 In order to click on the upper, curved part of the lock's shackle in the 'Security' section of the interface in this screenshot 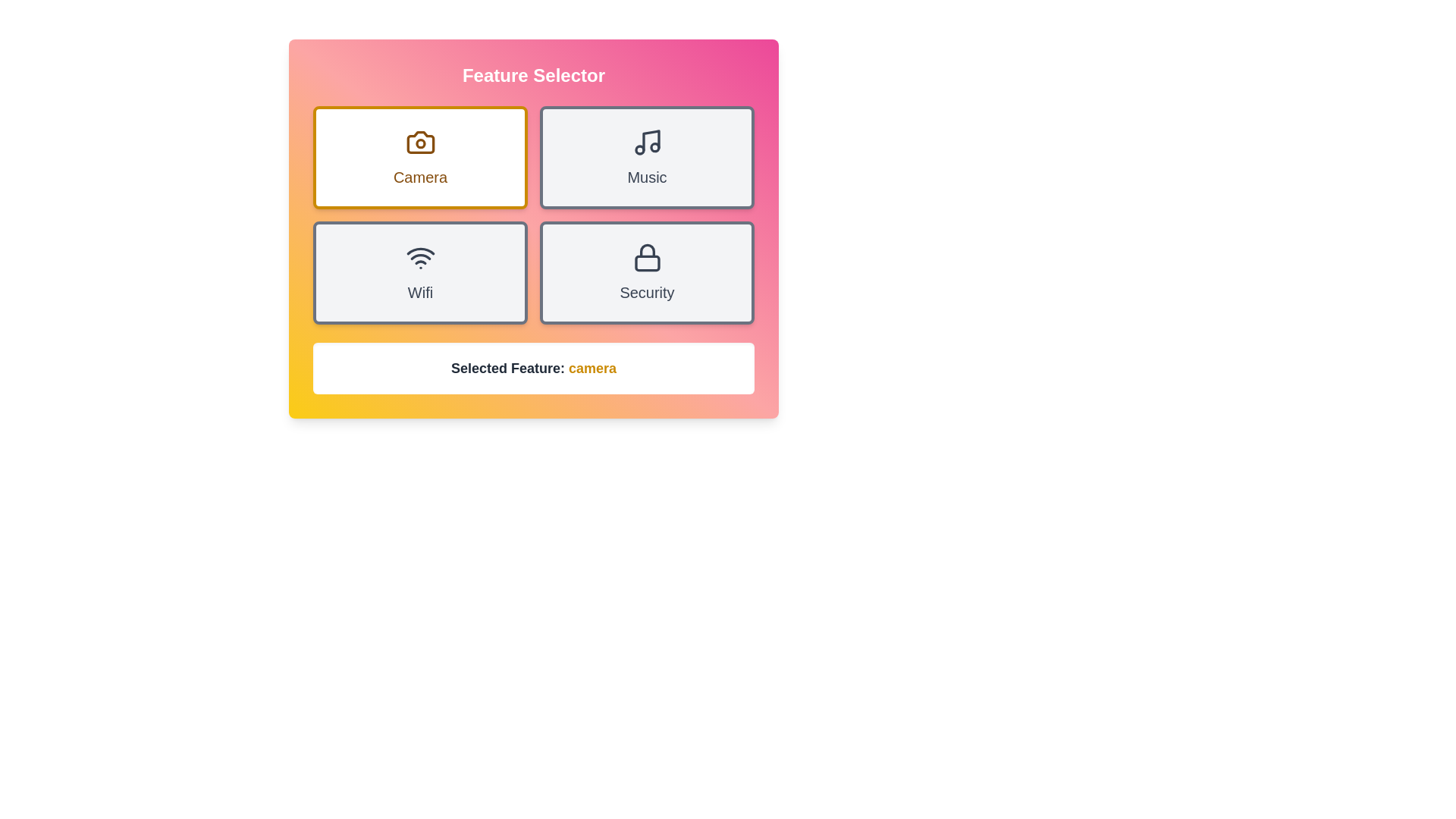, I will do `click(647, 249)`.